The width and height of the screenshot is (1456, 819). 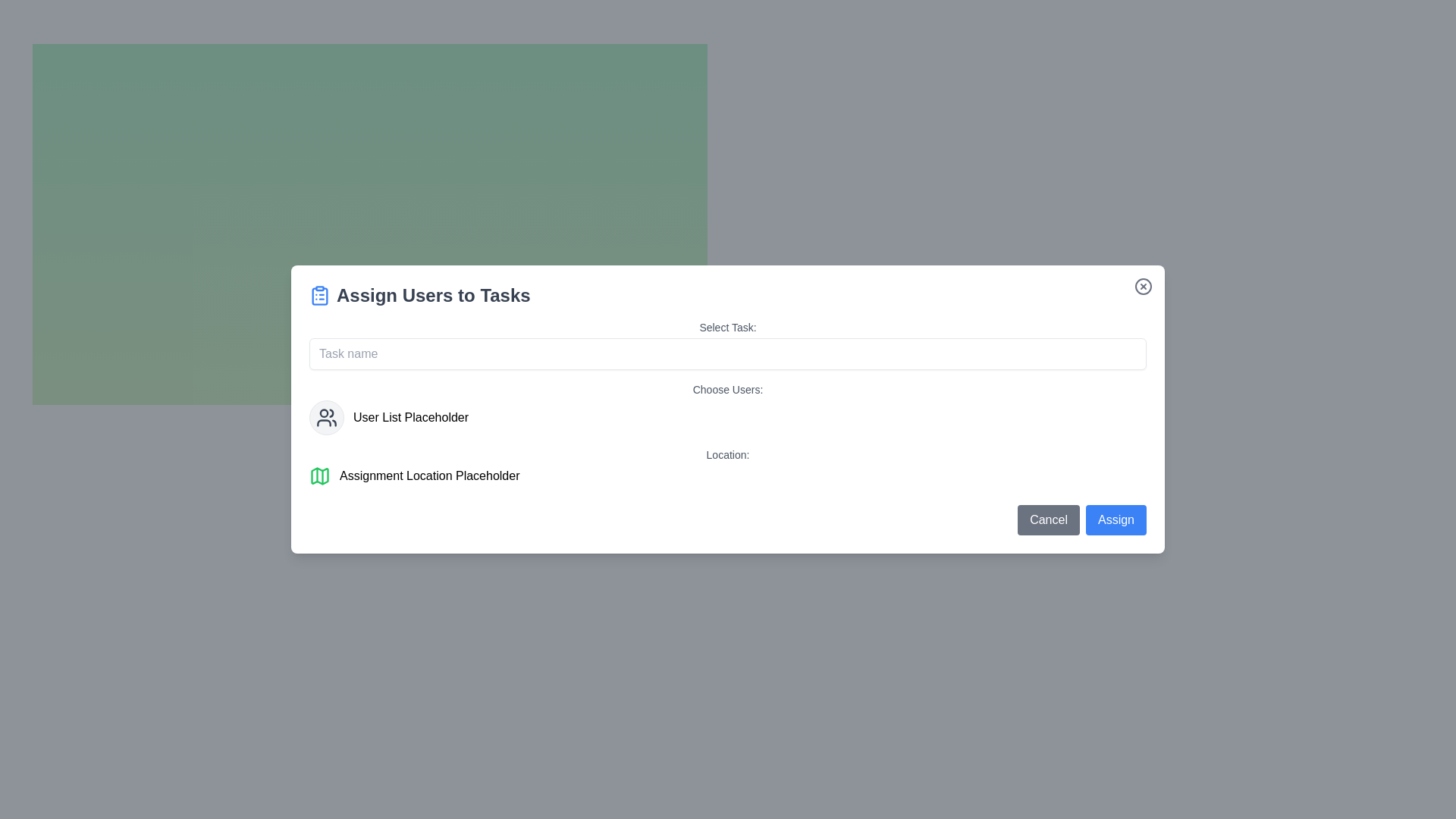 What do you see at coordinates (728, 408) in the screenshot?
I see `the composite UI element labeled 'Choose Users:' that features a user icon and placeholder text 'User List Placeholder'` at bounding box center [728, 408].